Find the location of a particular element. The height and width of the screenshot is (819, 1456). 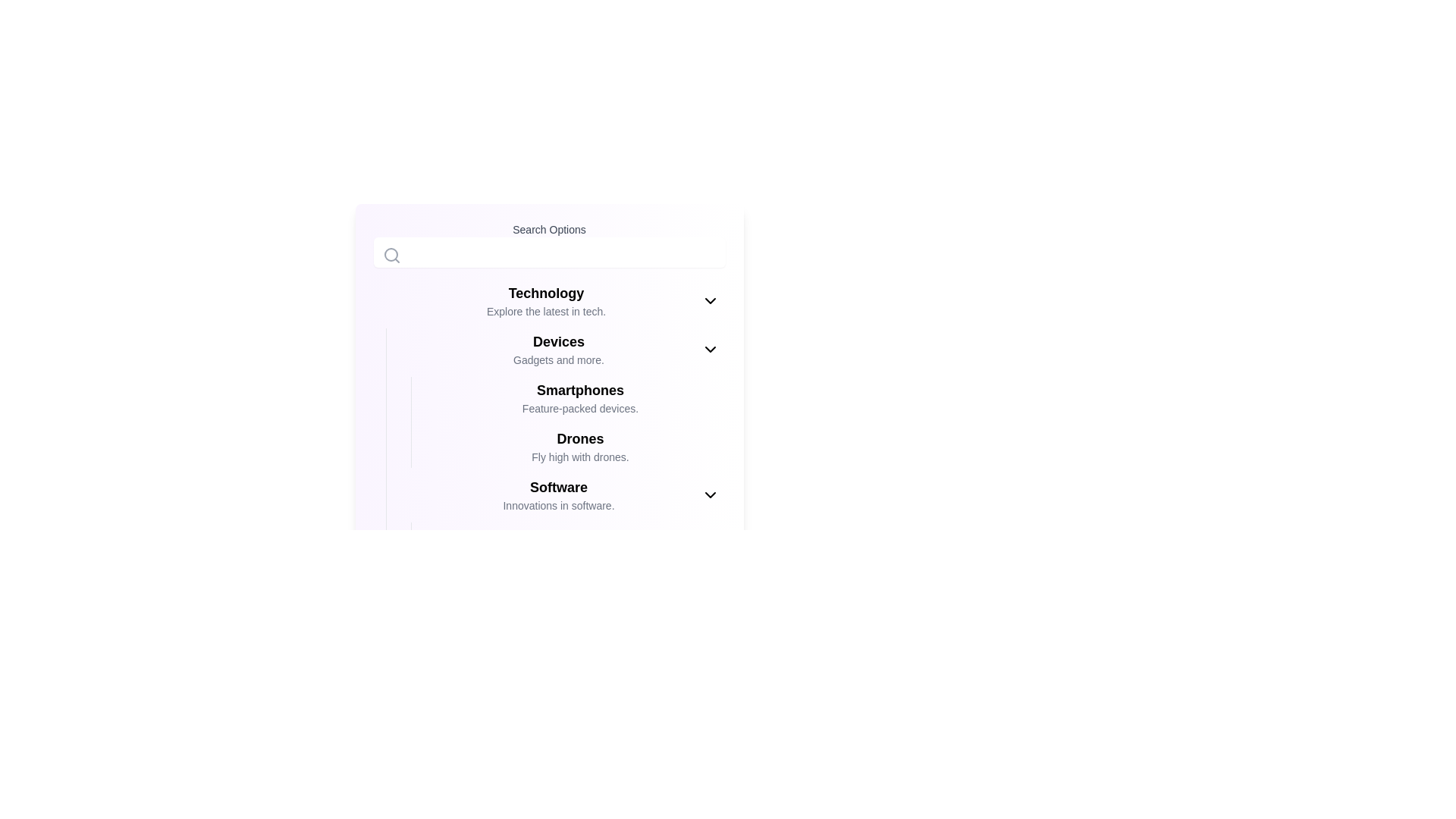

the expansion icon on the right edge of the 'Software Innovations in software.' row is located at coordinates (709, 494).